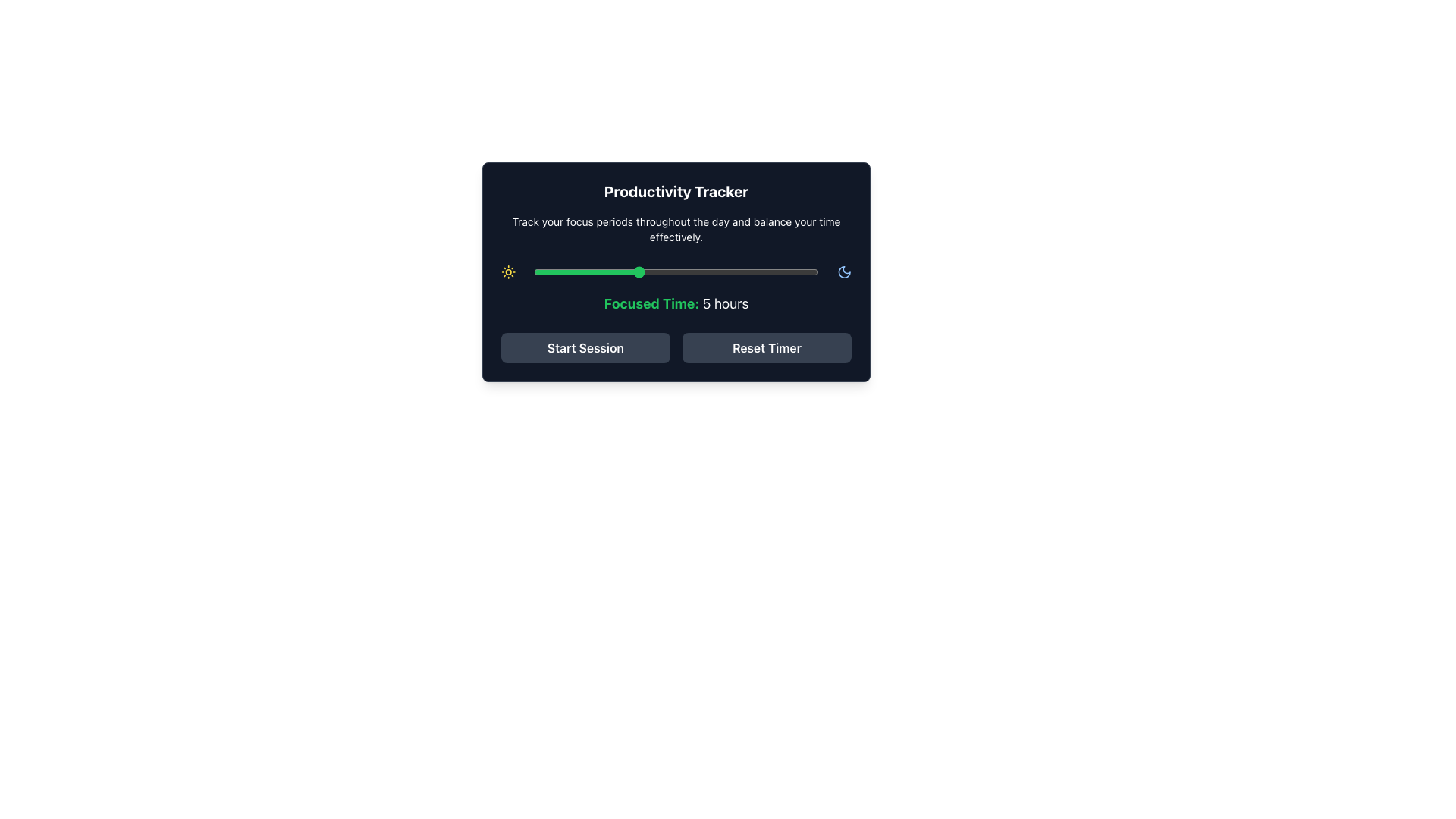 The image size is (1456, 819). I want to click on the slider value, so click(534, 271).